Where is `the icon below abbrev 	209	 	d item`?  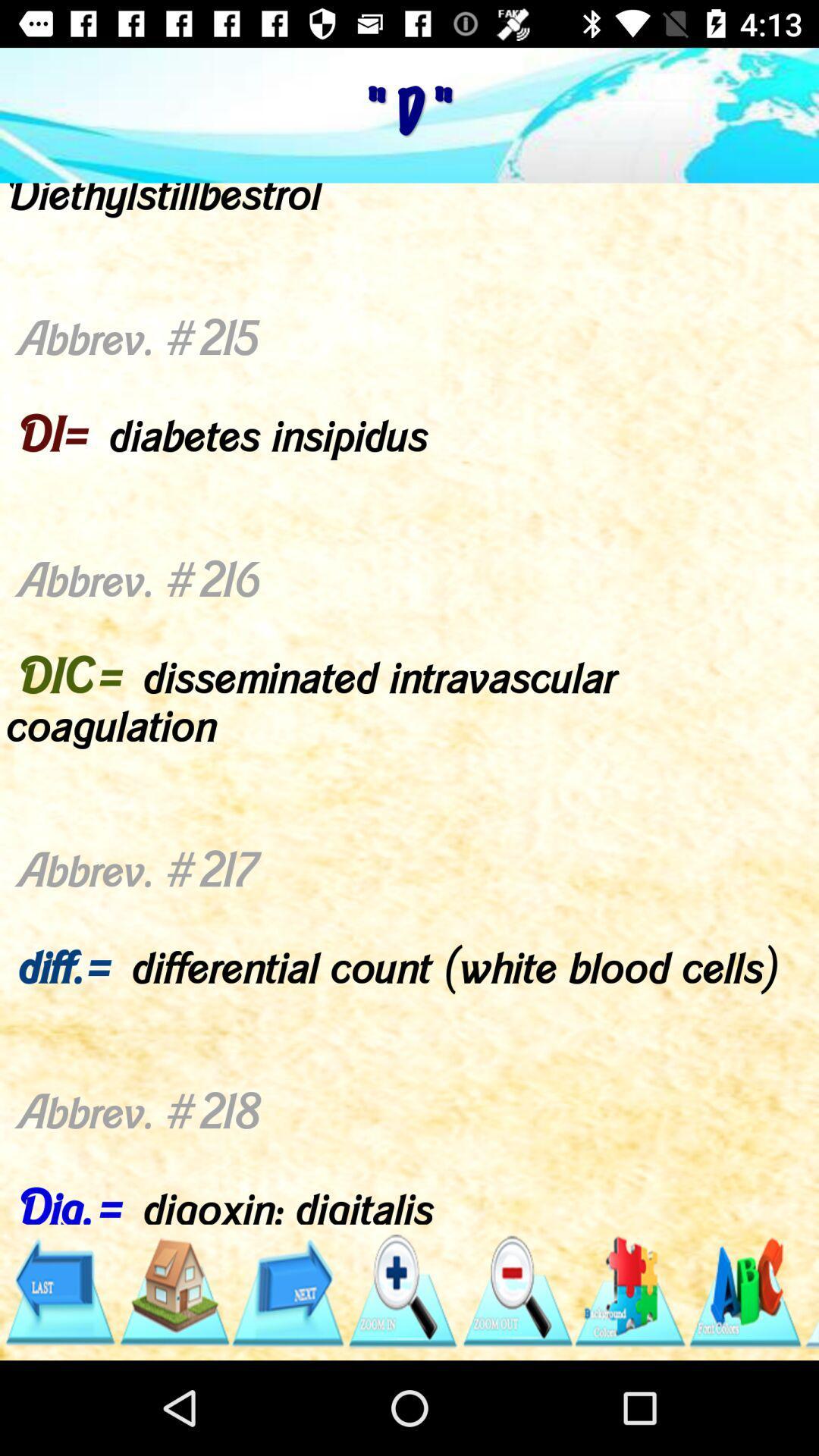
the icon below abbrev 	209	 	d item is located at coordinates (173, 1291).